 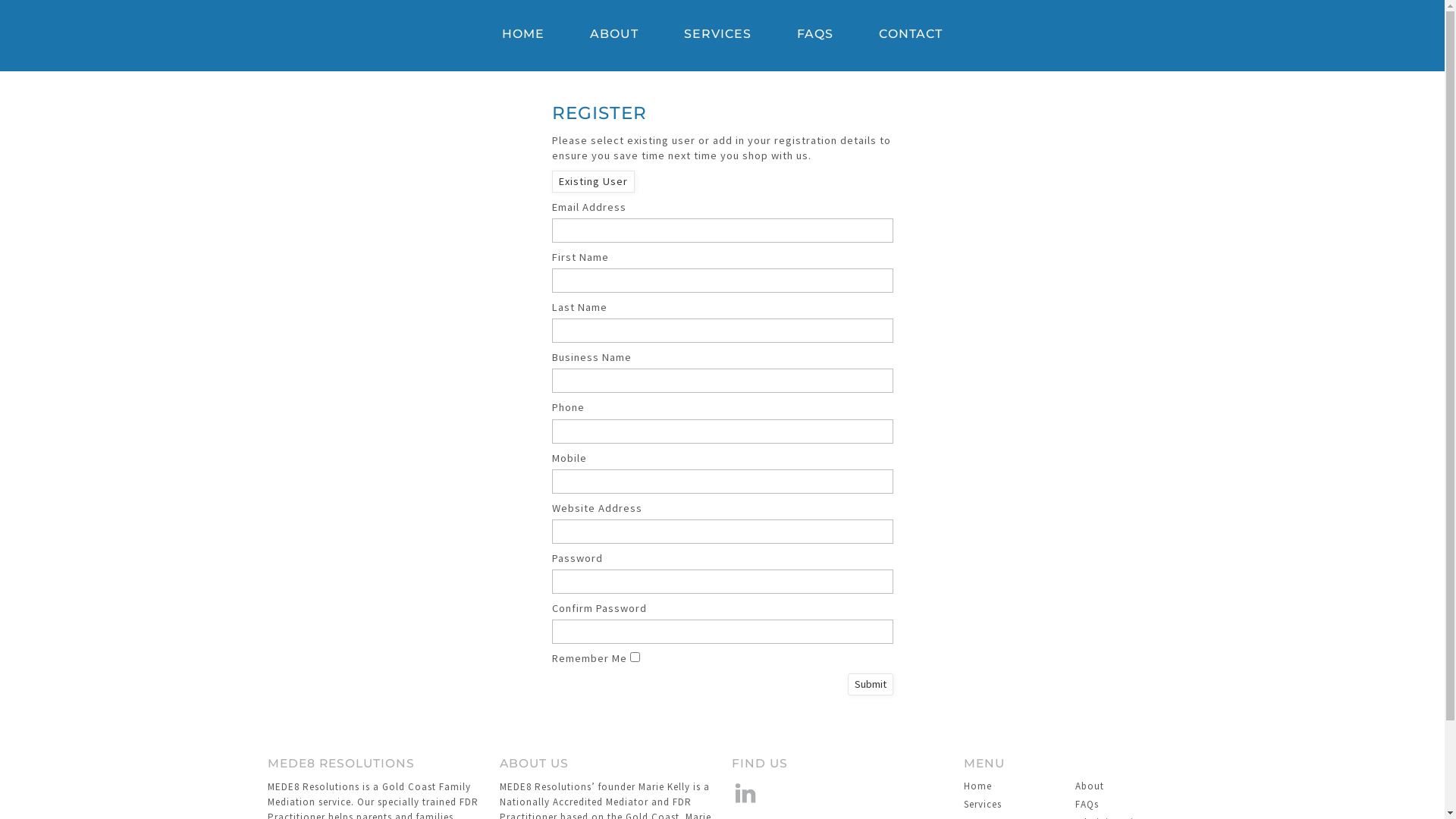 What do you see at coordinates (717, 34) in the screenshot?
I see `'SERVICES'` at bounding box center [717, 34].